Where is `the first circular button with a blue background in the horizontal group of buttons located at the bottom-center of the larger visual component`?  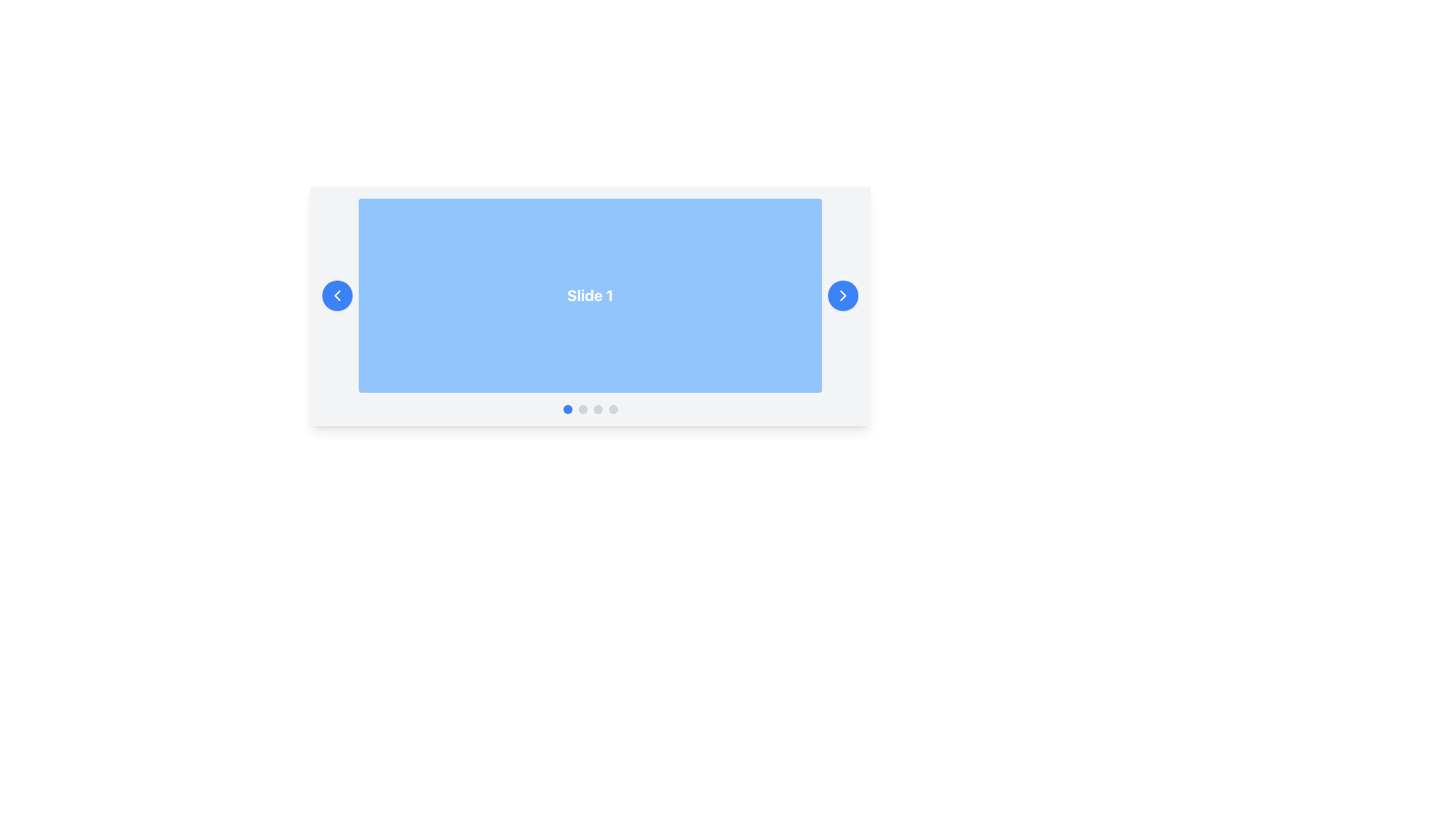 the first circular button with a blue background in the horizontal group of buttons located at the bottom-center of the larger visual component is located at coordinates (566, 409).